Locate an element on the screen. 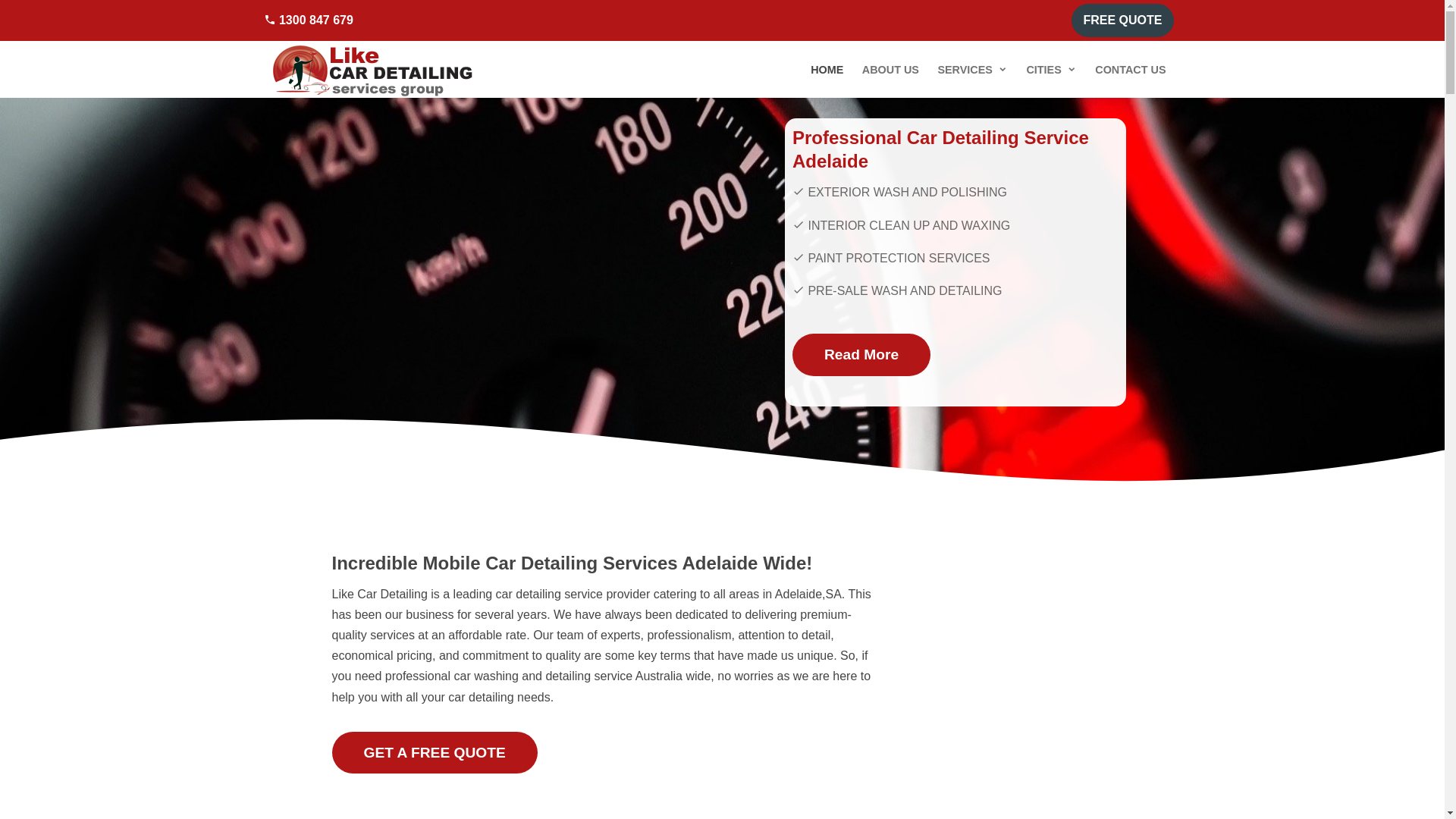 Image resolution: width=1456 pixels, height=819 pixels. 'CITIES' is located at coordinates (1050, 69).